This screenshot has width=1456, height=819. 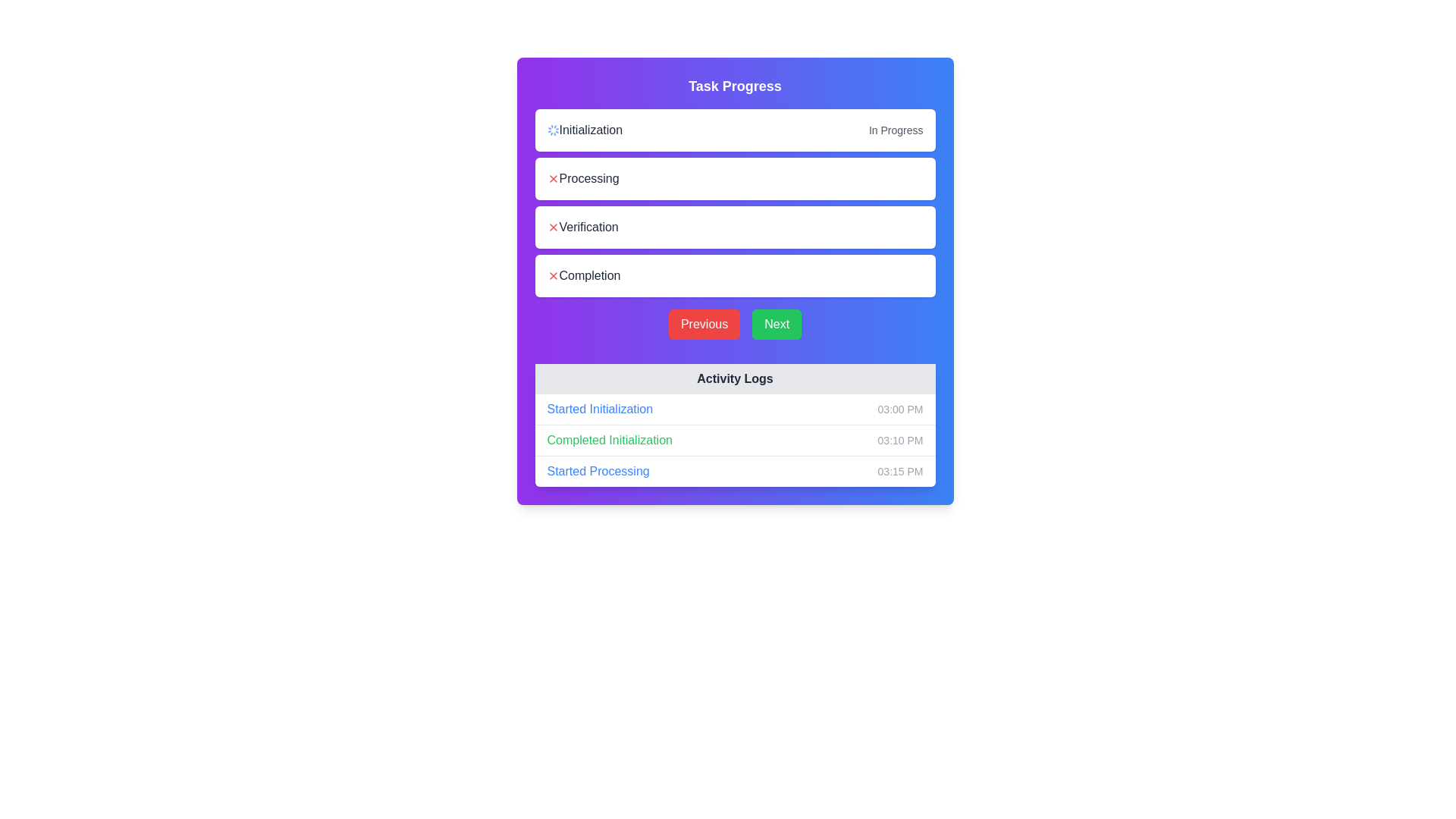 What do you see at coordinates (735, 130) in the screenshot?
I see `the topmost List item displaying the current status of the 'Initialization' step in the 'Task Progress' component` at bounding box center [735, 130].